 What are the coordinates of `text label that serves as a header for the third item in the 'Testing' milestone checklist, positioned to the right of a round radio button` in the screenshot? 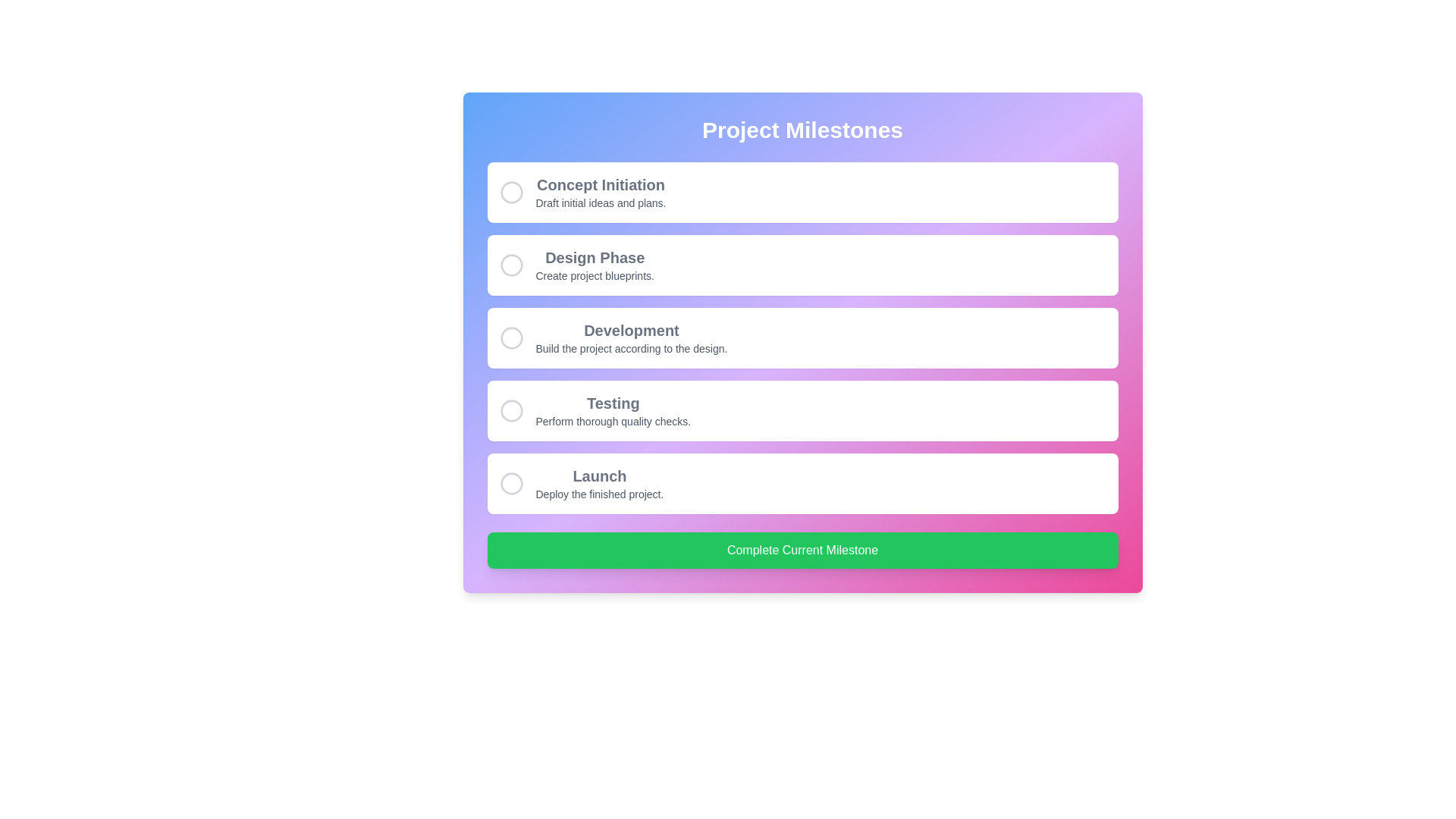 It's located at (613, 403).